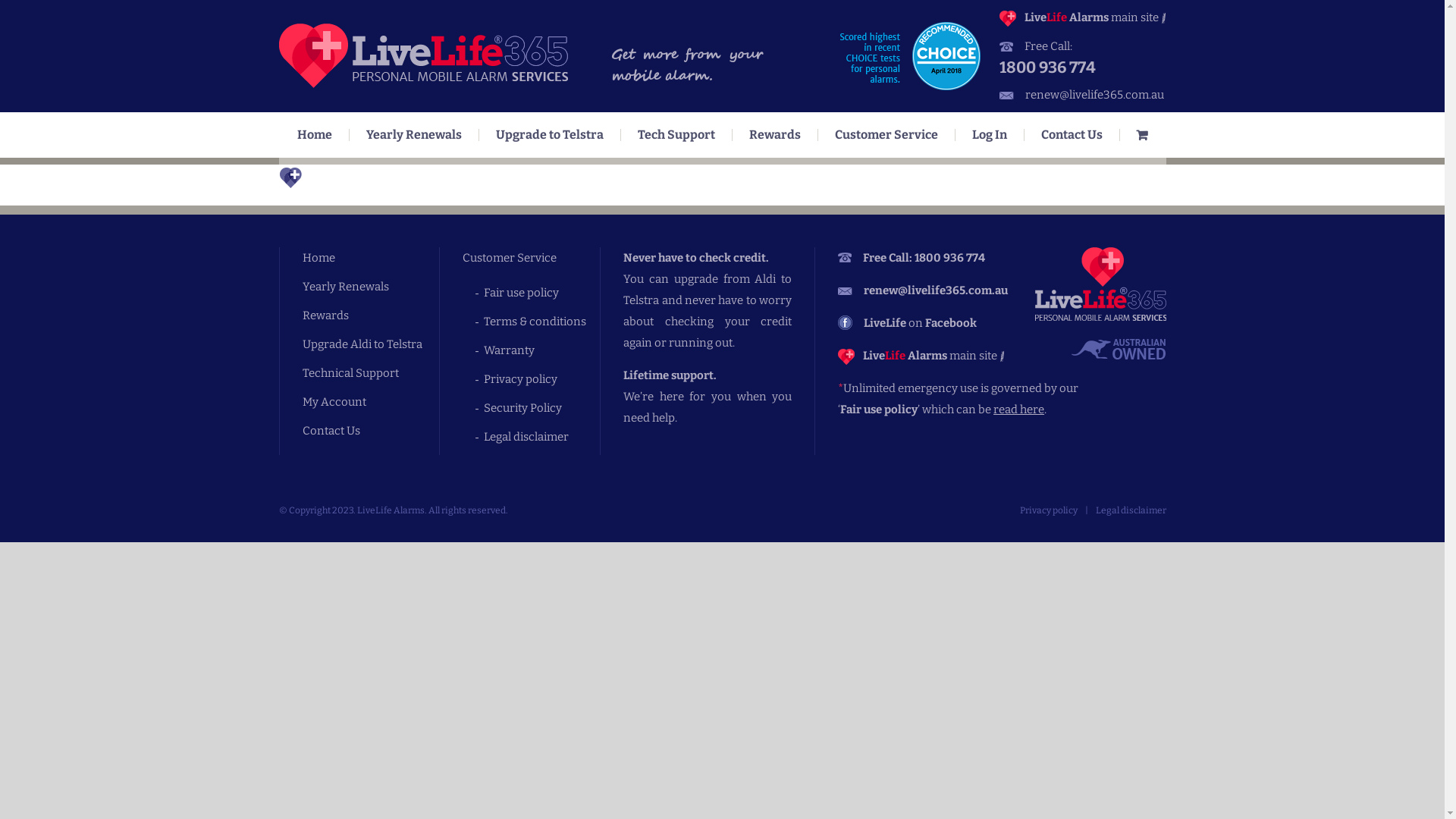 This screenshot has height=819, width=1456. What do you see at coordinates (370, 373) in the screenshot?
I see `'Technical Support'` at bounding box center [370, 373].